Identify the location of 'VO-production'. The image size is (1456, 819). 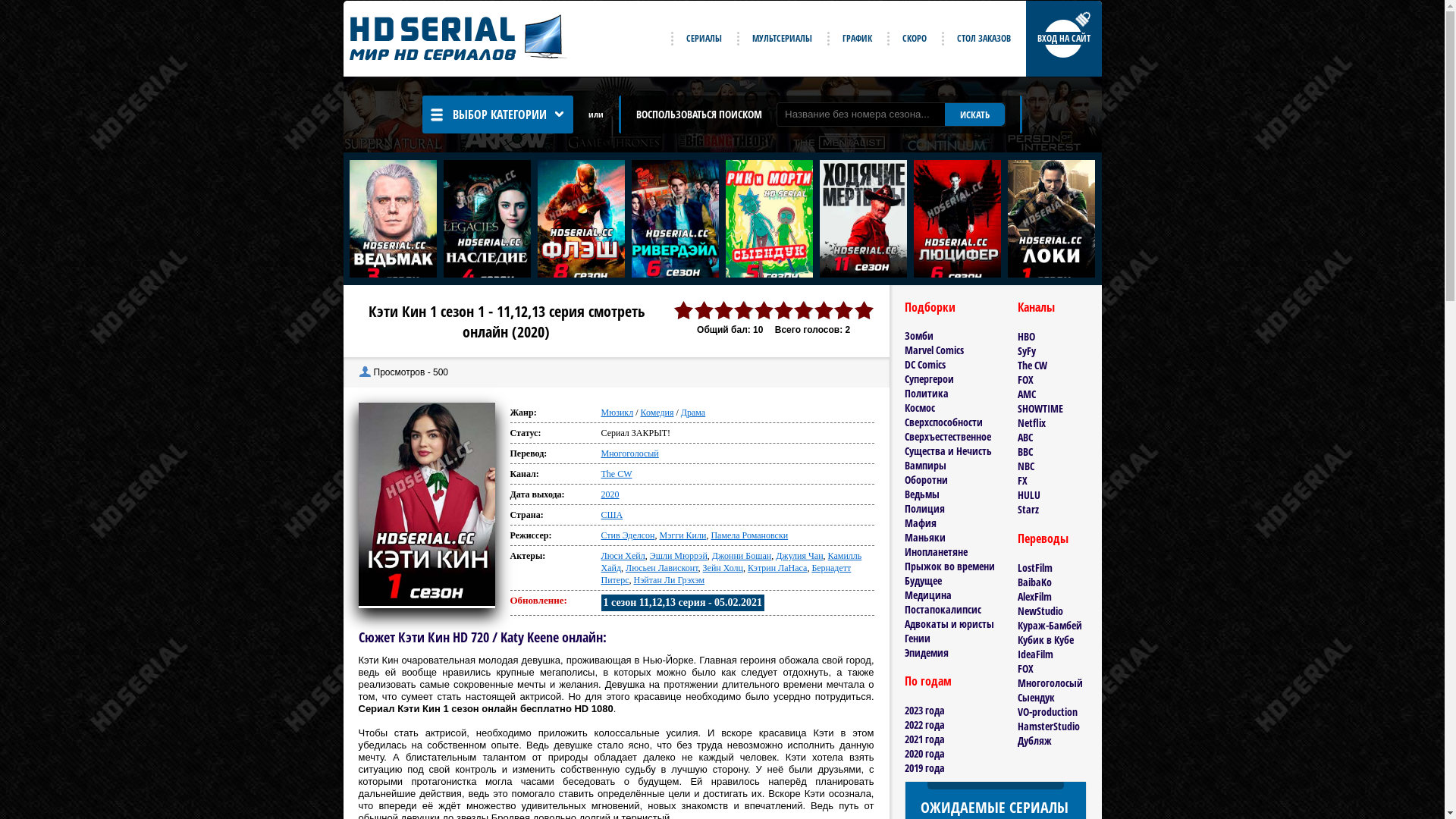
(1046, 711).